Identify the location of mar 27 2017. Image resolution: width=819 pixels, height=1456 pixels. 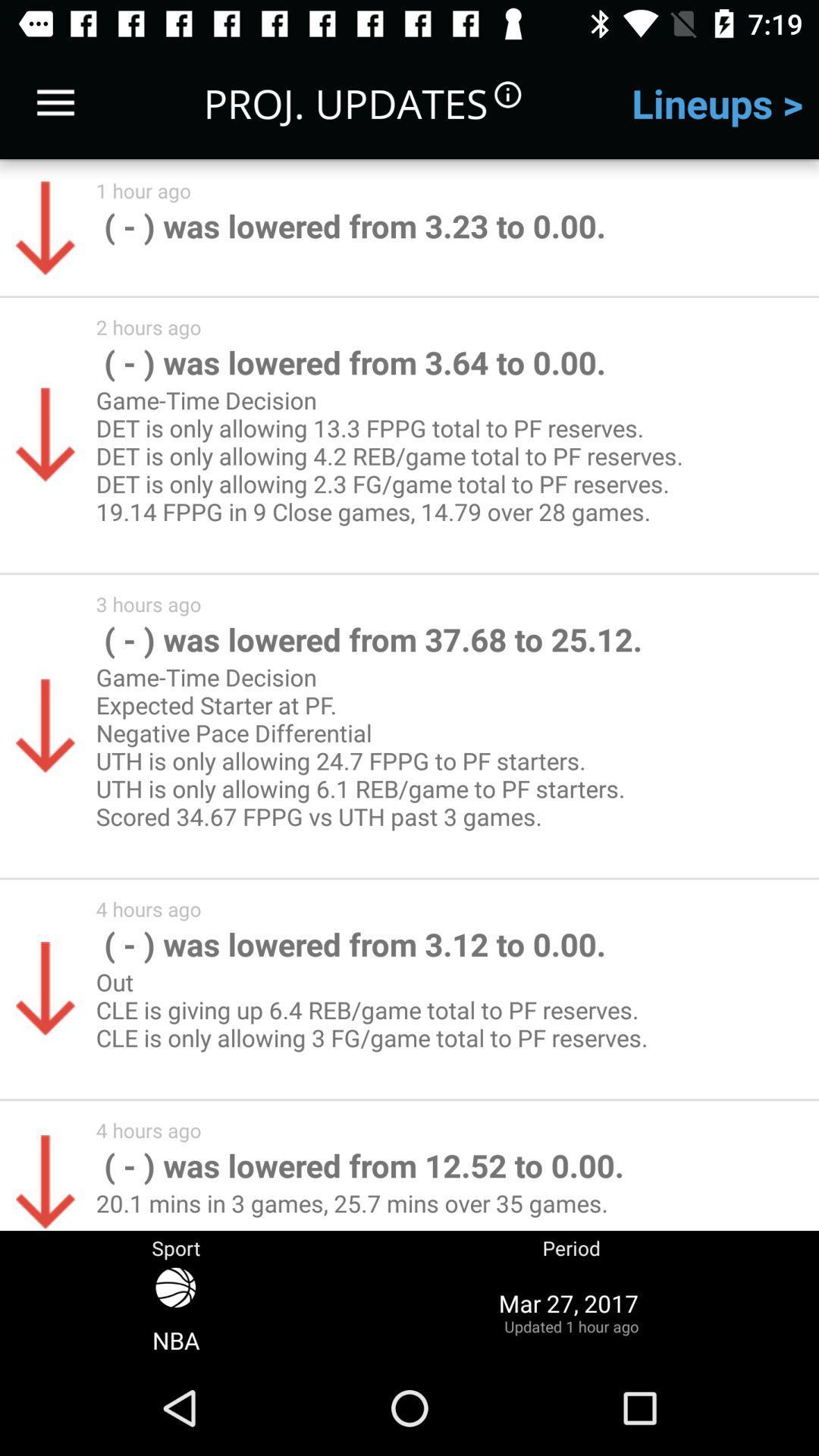
(571, 1311).